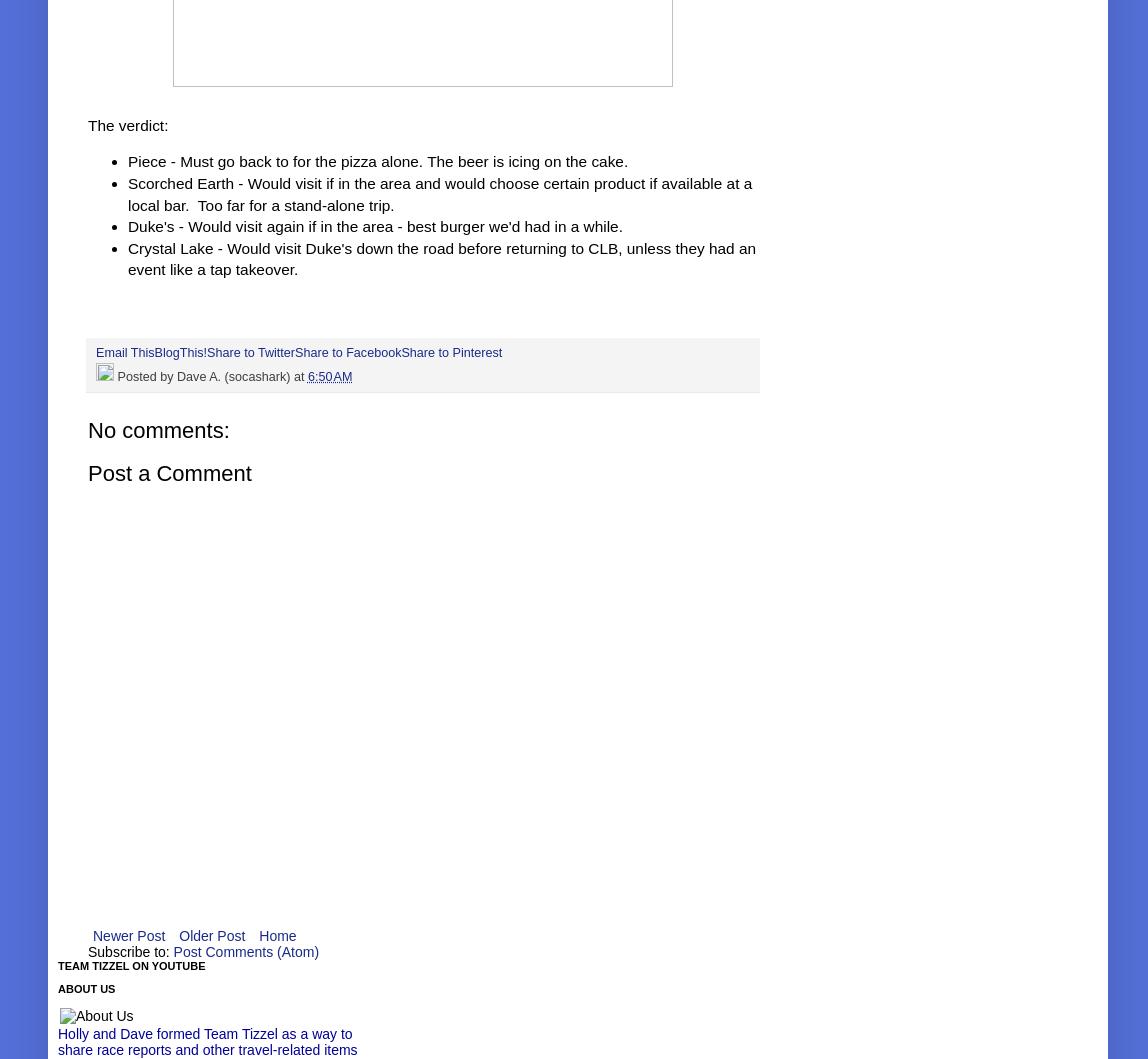  I want to click on 'Piece - Must go back to for the pizza alone.  The beer is icing on the cake.', so click(128, 160).